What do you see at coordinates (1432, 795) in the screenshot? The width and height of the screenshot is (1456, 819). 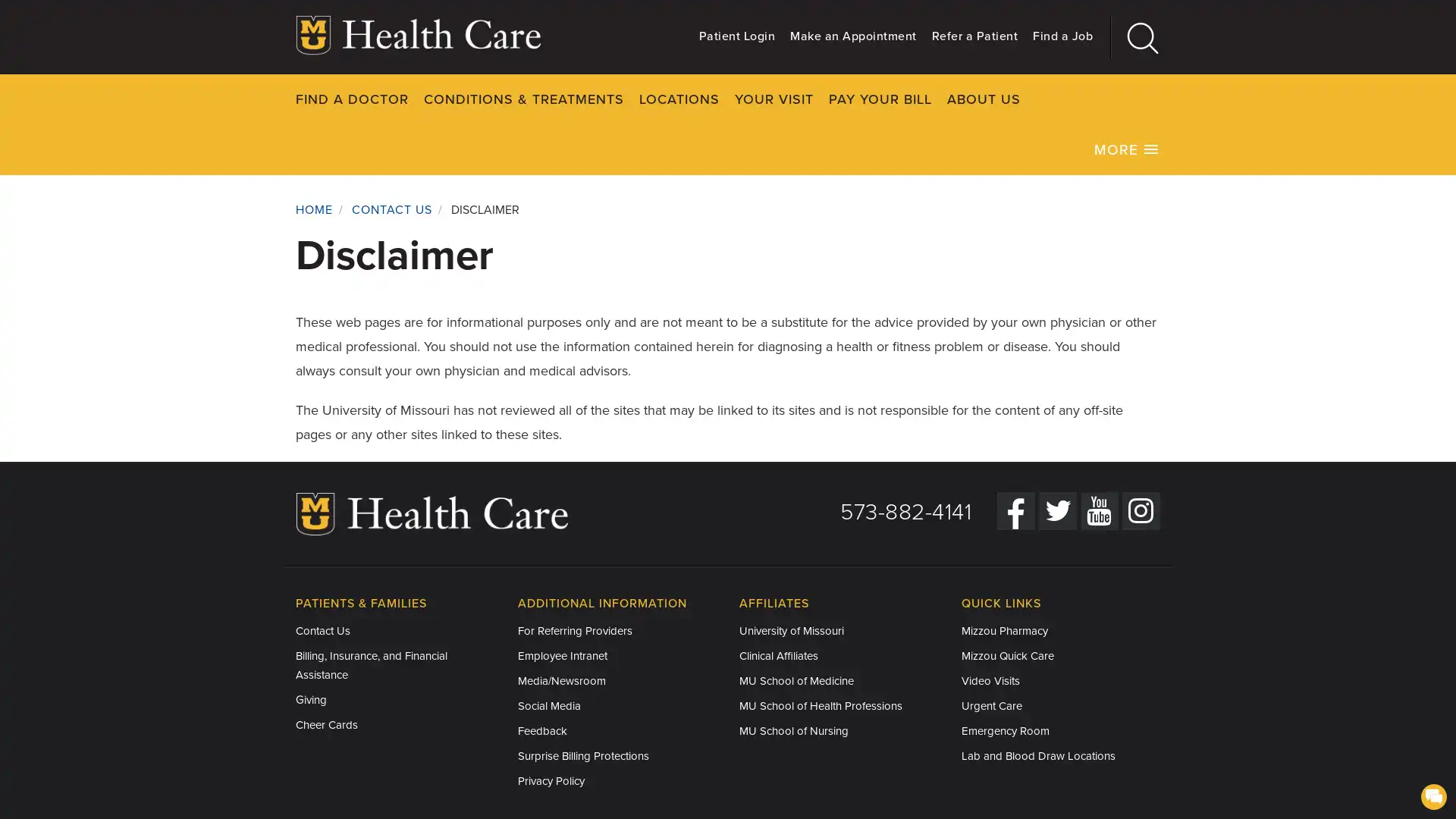 I see `COVID-19 Chat and Assessment Tool` at bounding box center [1432, 795].